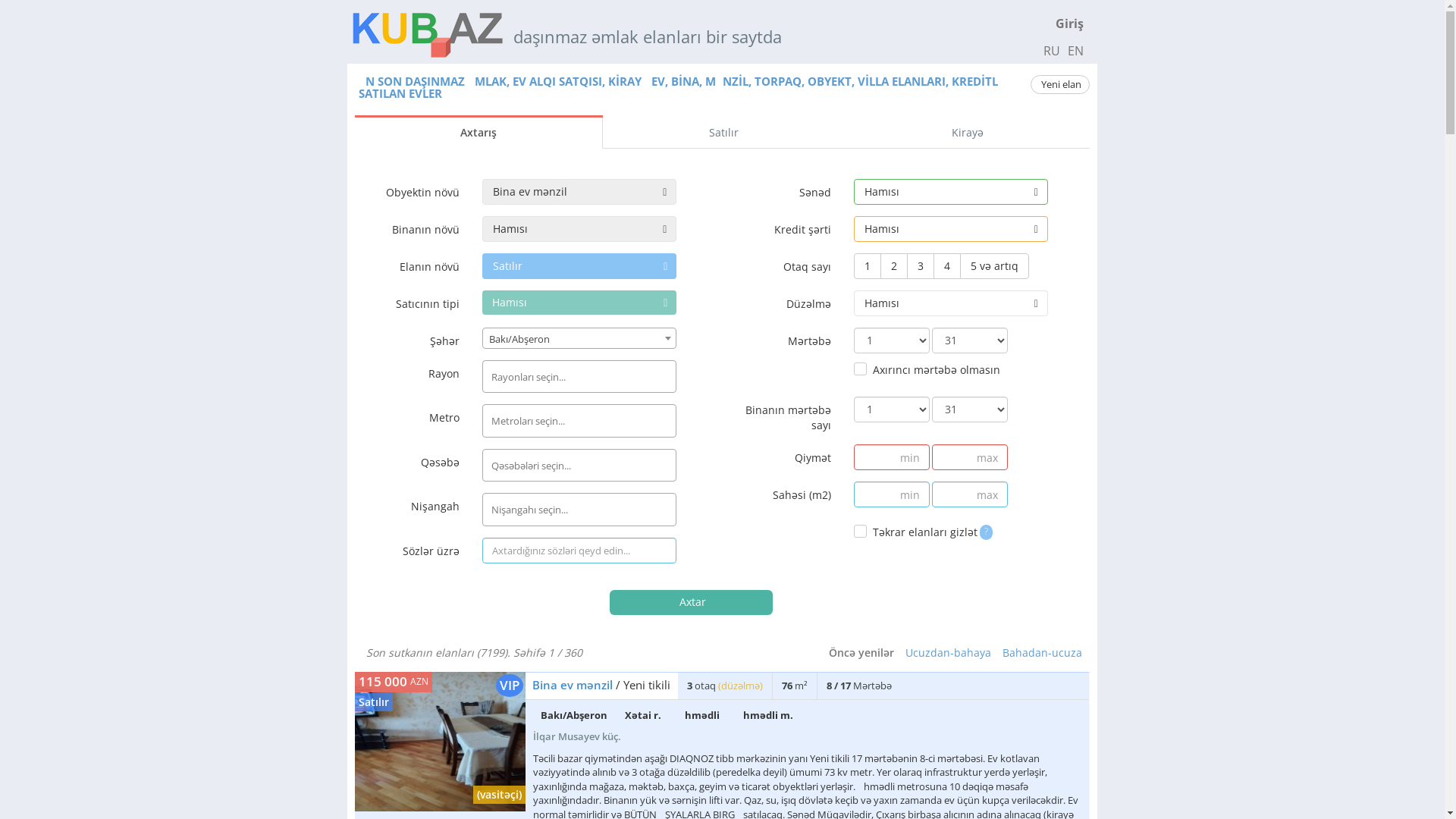 The width and height of the screenshot is (1456, 819). I want to click on 'Yeni elan', so click(1059, 84).